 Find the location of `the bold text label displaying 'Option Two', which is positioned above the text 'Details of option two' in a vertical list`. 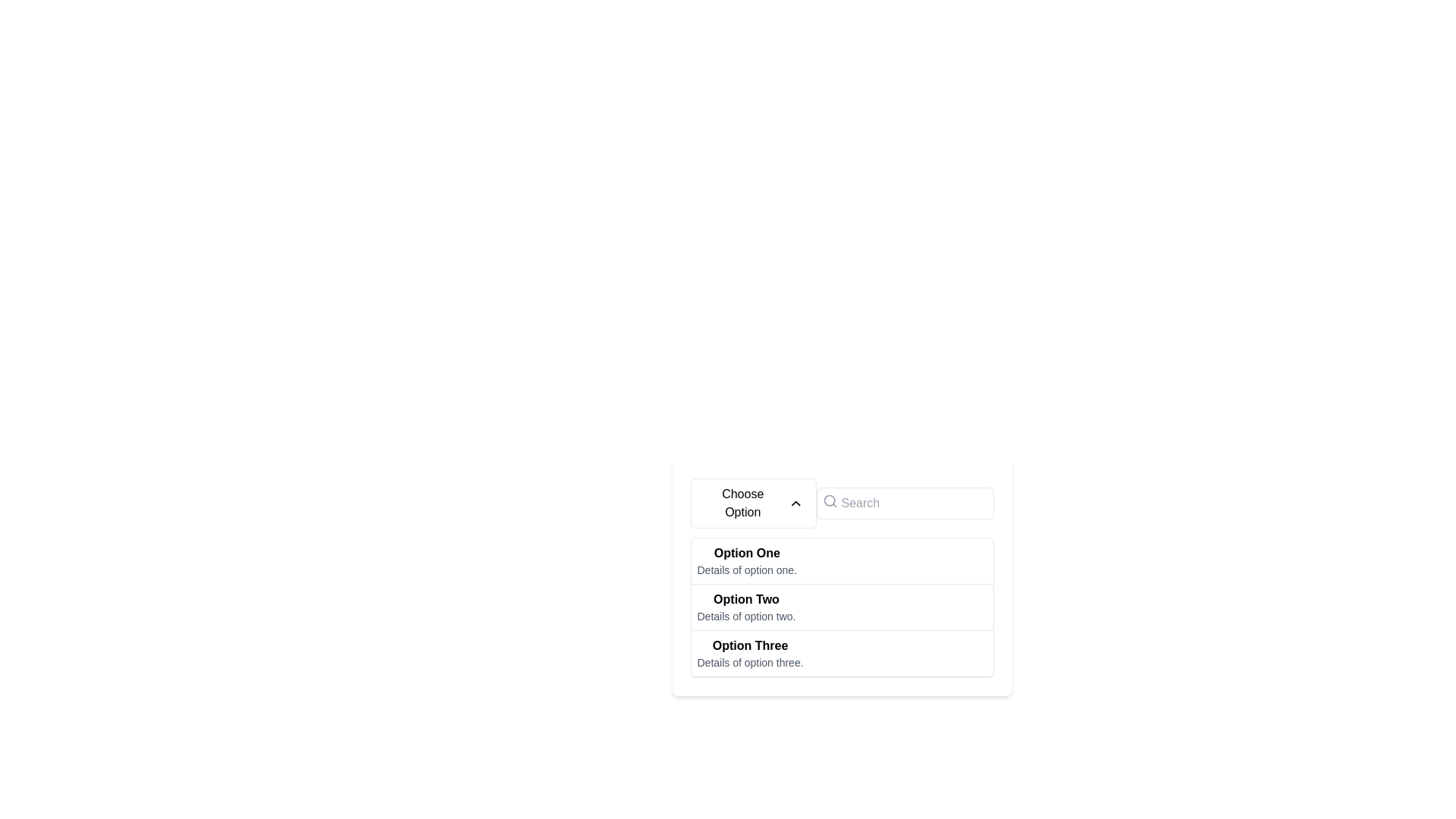

the bold text label displaying 'Option Two', which is positioned above the text 'Details of option two' in a vertical list is located at coordinates (746, 598).